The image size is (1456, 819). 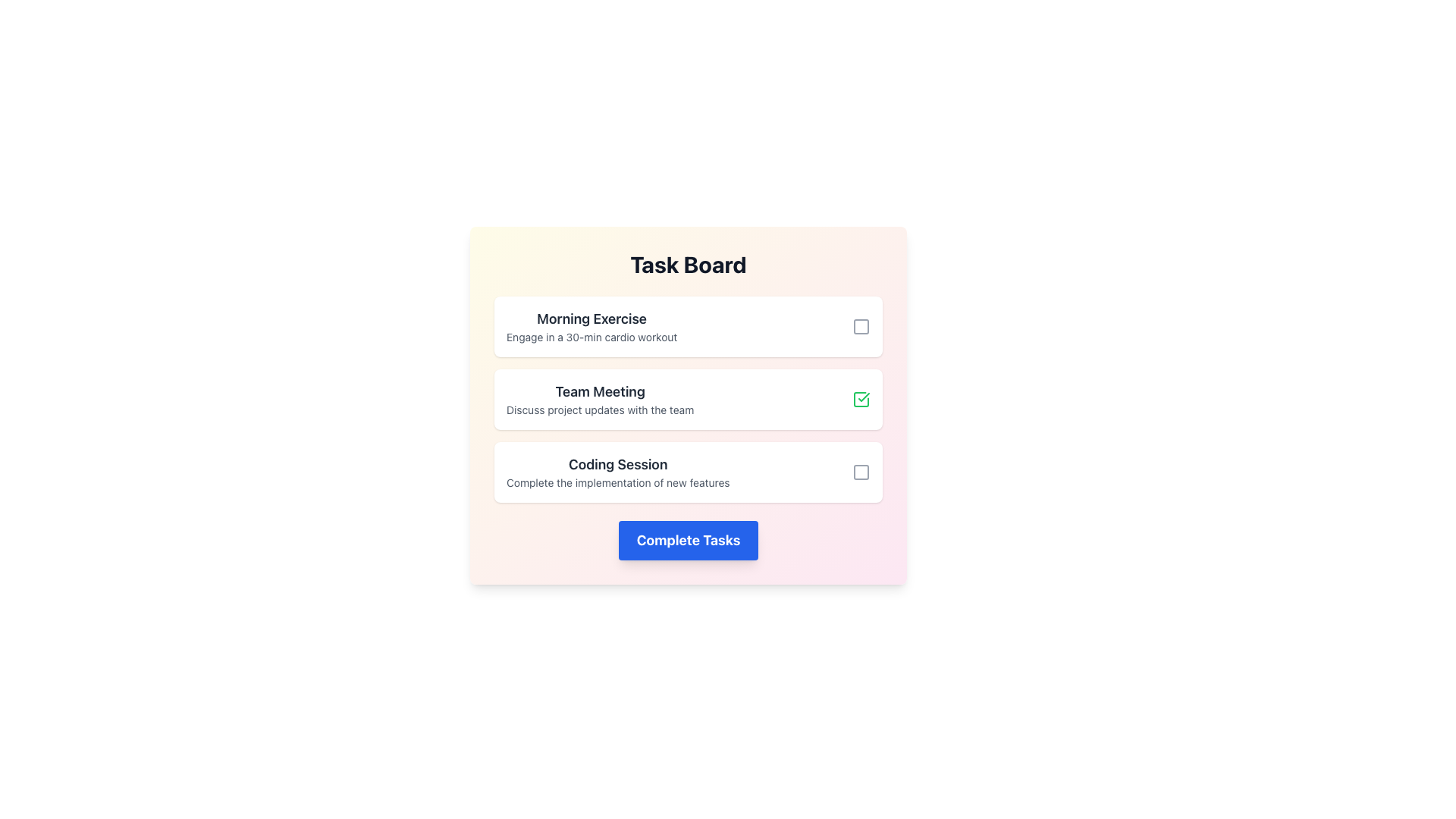 I want to click on the text label that reads 'Coding Session' in bold, larger font, located in the third task entry of a vertical task list, so click(x=618, y=464).